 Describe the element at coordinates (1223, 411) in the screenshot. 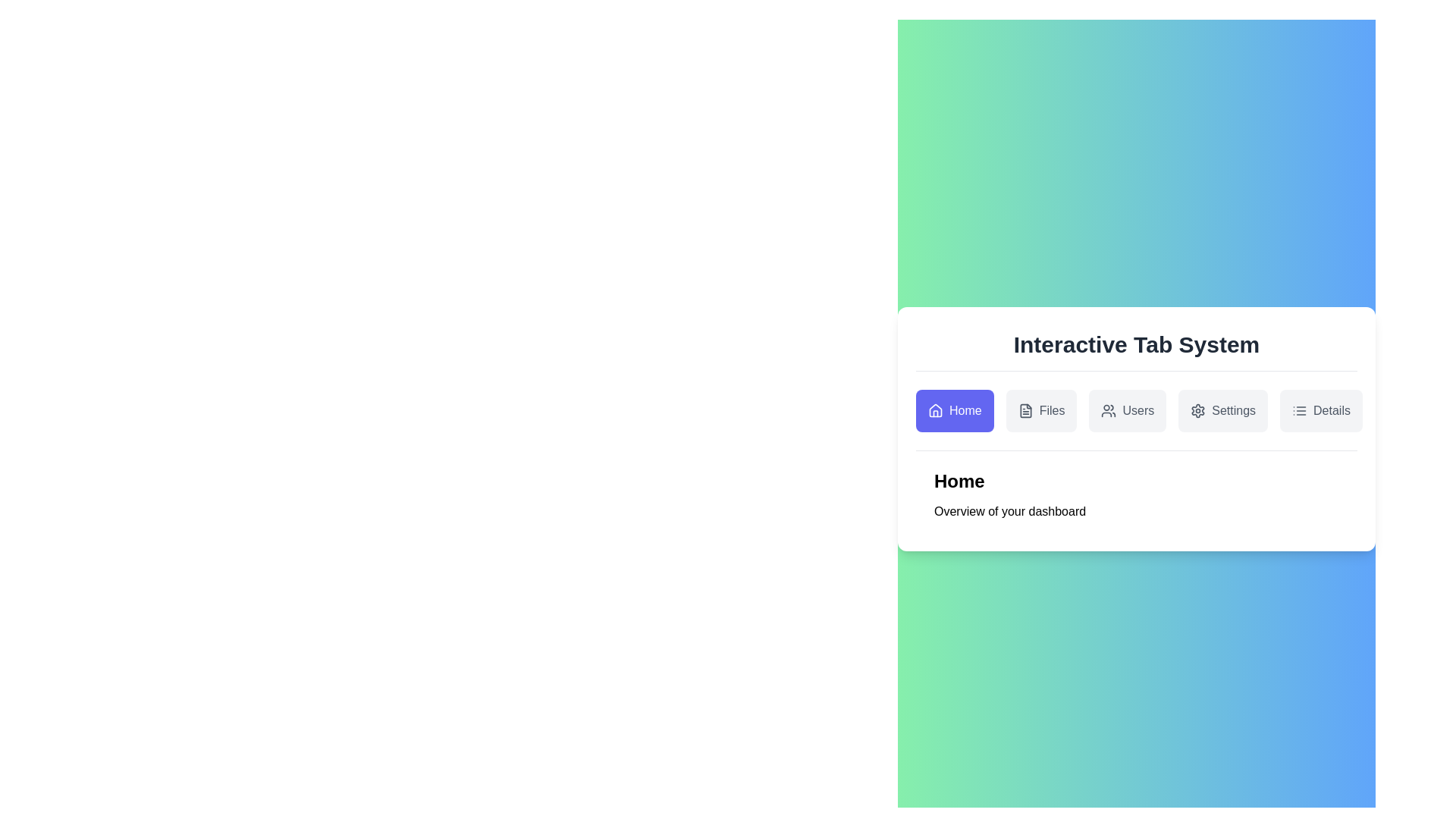

I see `the fourth tab in the navigation bar` at that location.